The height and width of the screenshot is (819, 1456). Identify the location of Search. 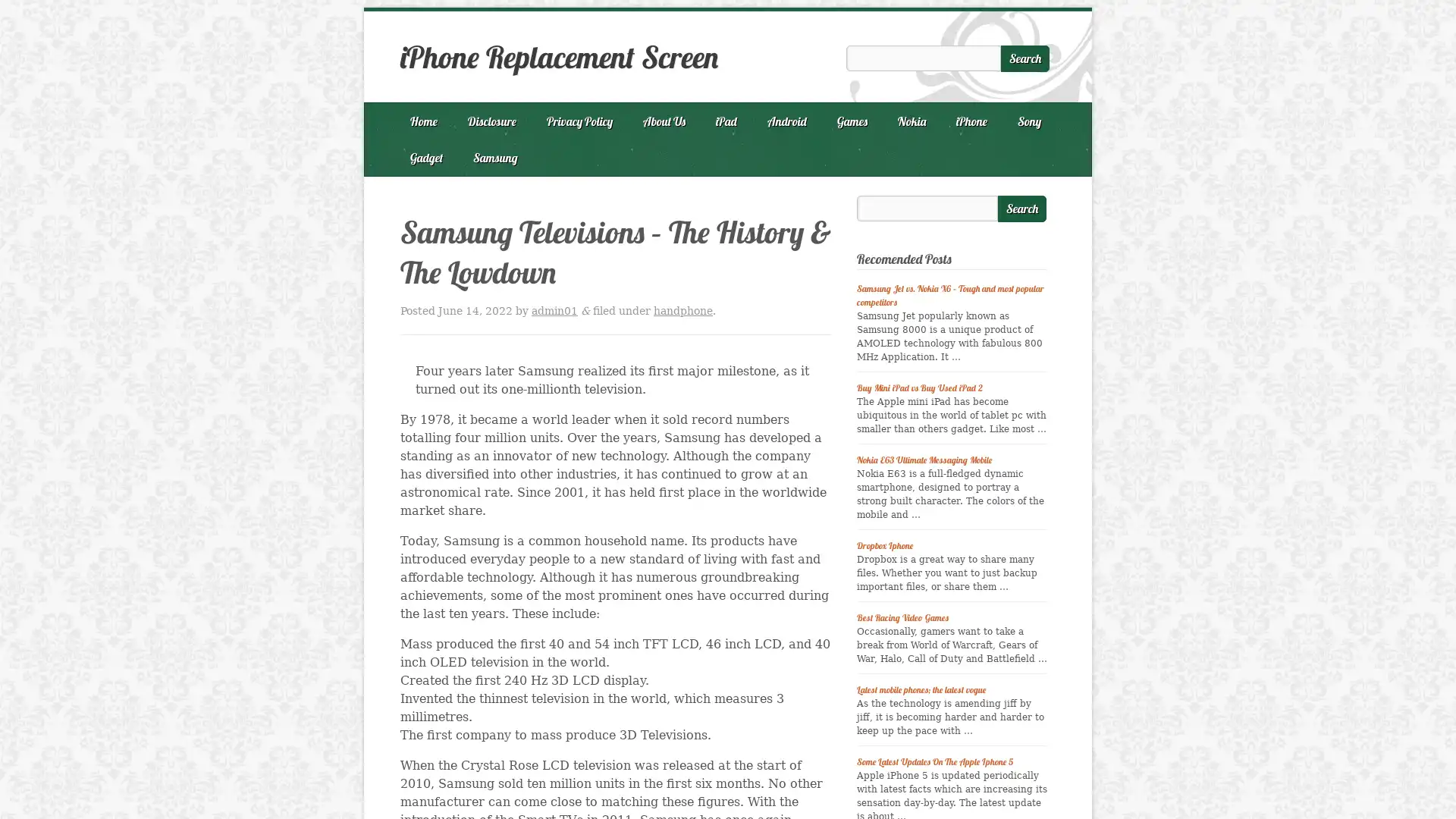
(1025, 58).